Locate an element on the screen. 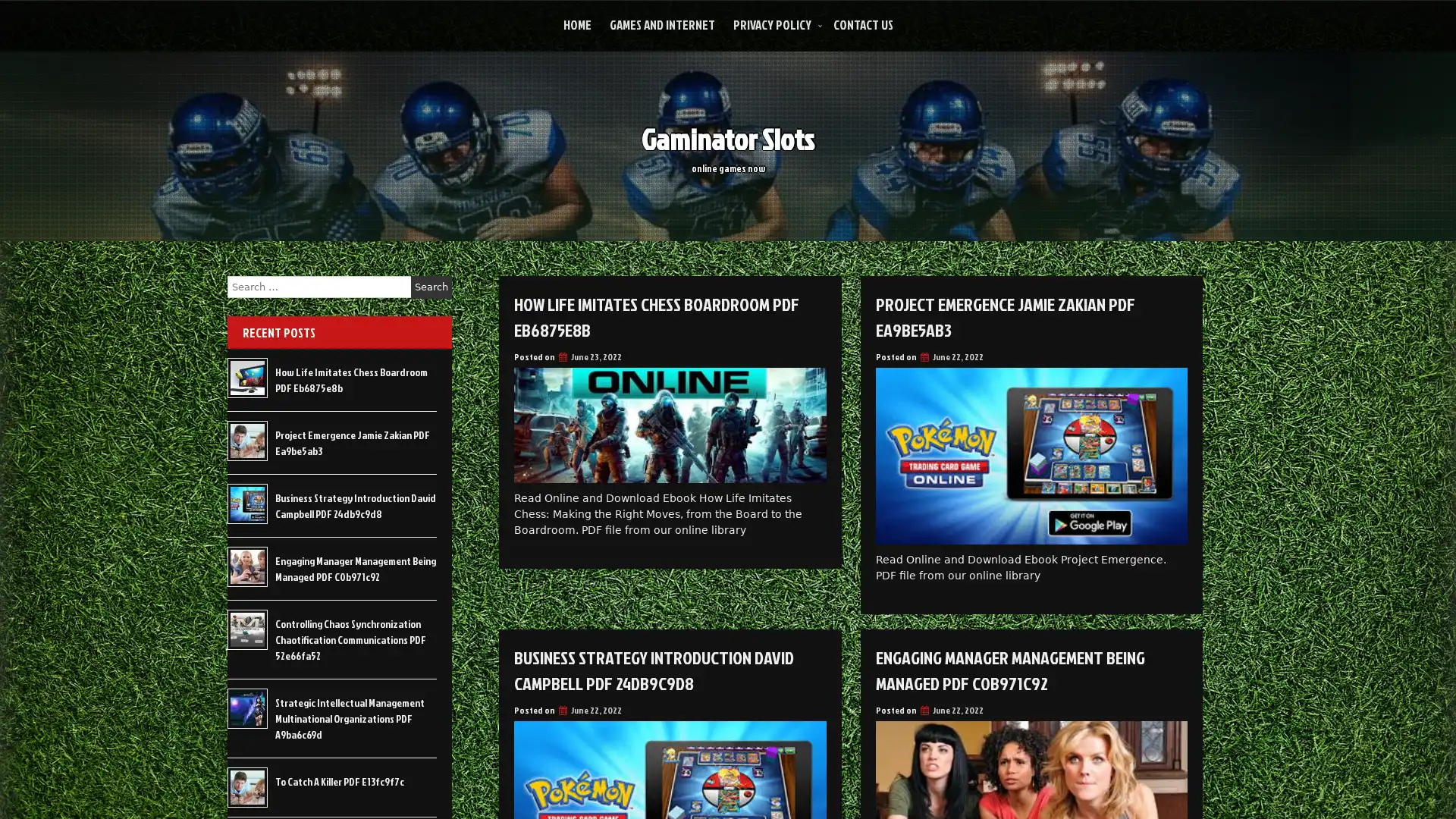 The width and height of the screenshot is (1456, 819). Search is located at coordinates (431, 287).